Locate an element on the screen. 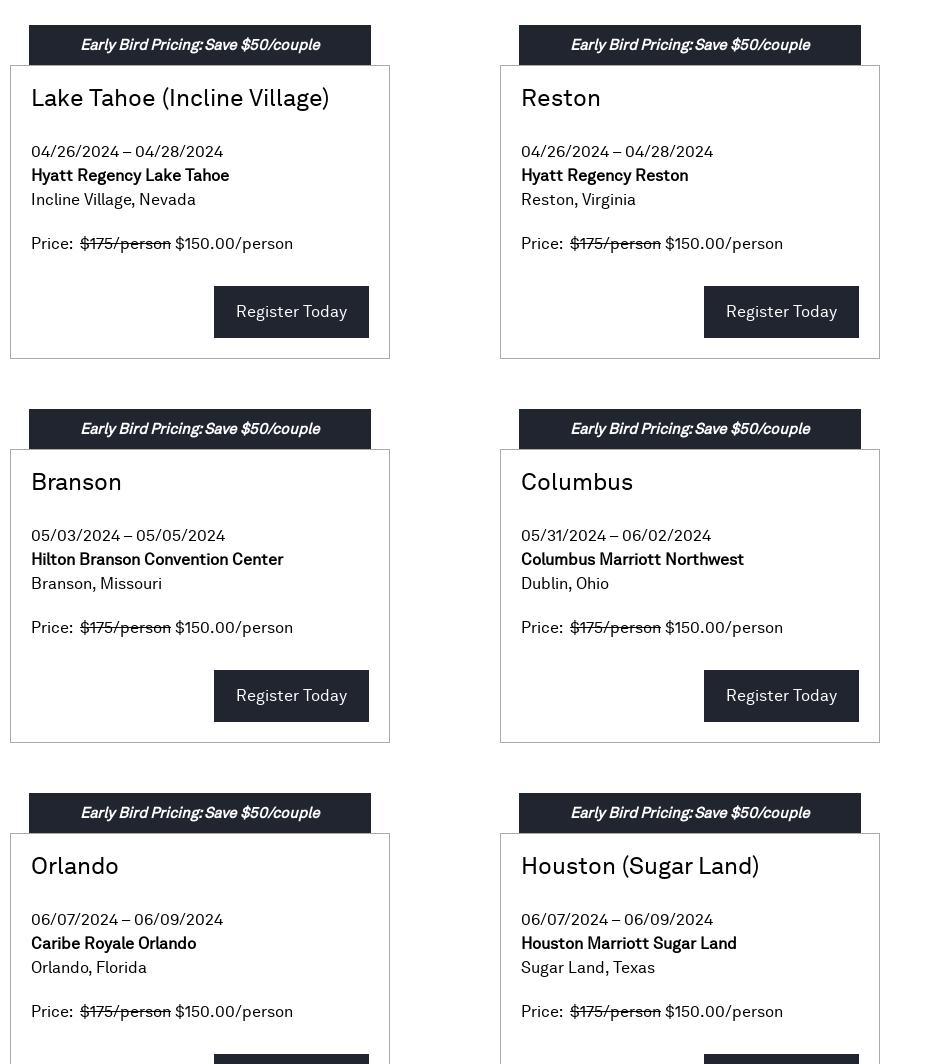 The height and width of the screenshot is (1064, 950). '05/31/2024' is located at coordinates (563, 535).